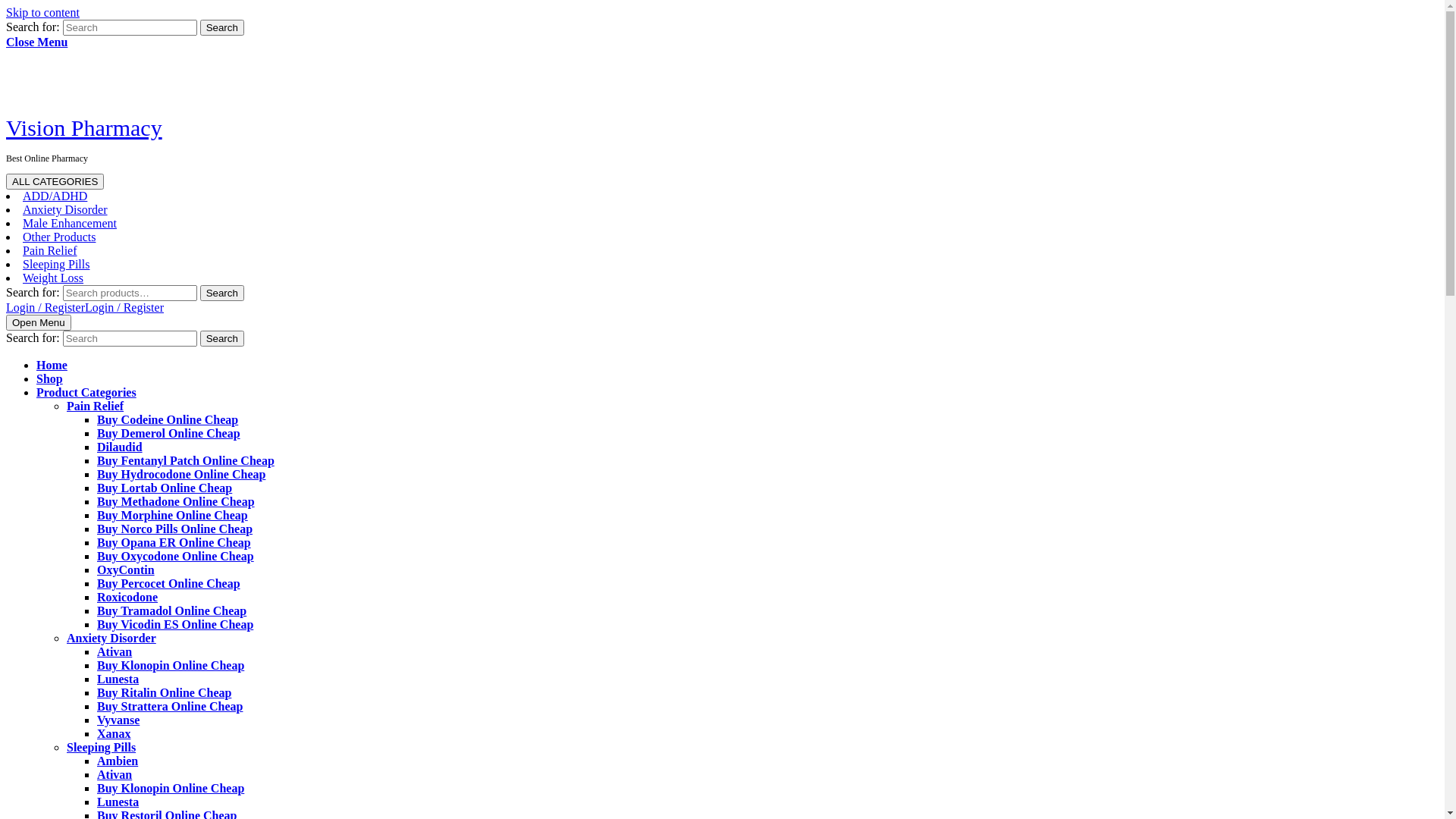  I want to click on 'Buy Ritalin Online Cheap', so click(96, 692).